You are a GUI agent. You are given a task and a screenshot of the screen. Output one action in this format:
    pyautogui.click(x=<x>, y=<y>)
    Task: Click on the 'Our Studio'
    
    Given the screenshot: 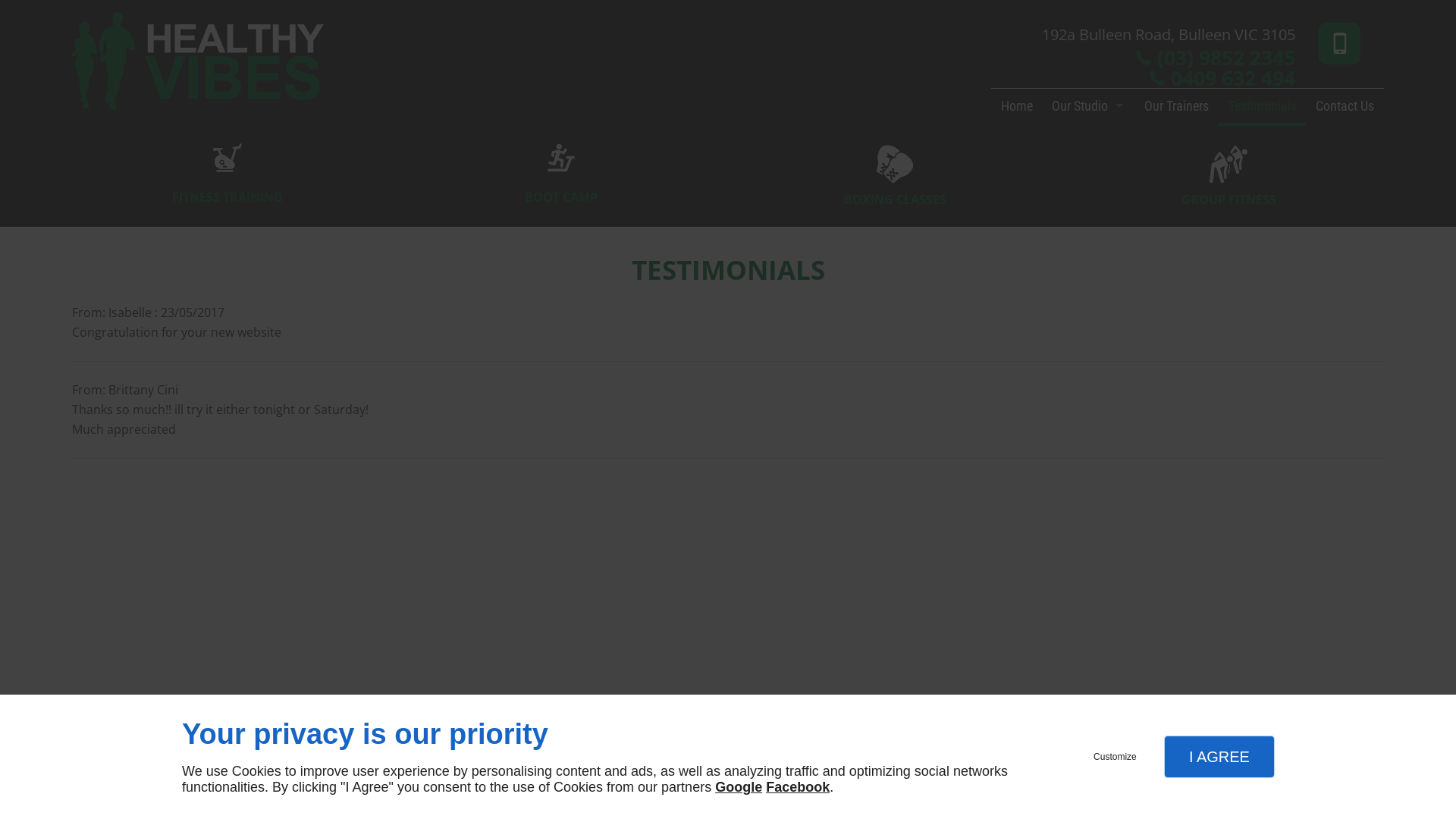 What is the action you would take?
    pyautogui.click(x=1040, y=106)
    